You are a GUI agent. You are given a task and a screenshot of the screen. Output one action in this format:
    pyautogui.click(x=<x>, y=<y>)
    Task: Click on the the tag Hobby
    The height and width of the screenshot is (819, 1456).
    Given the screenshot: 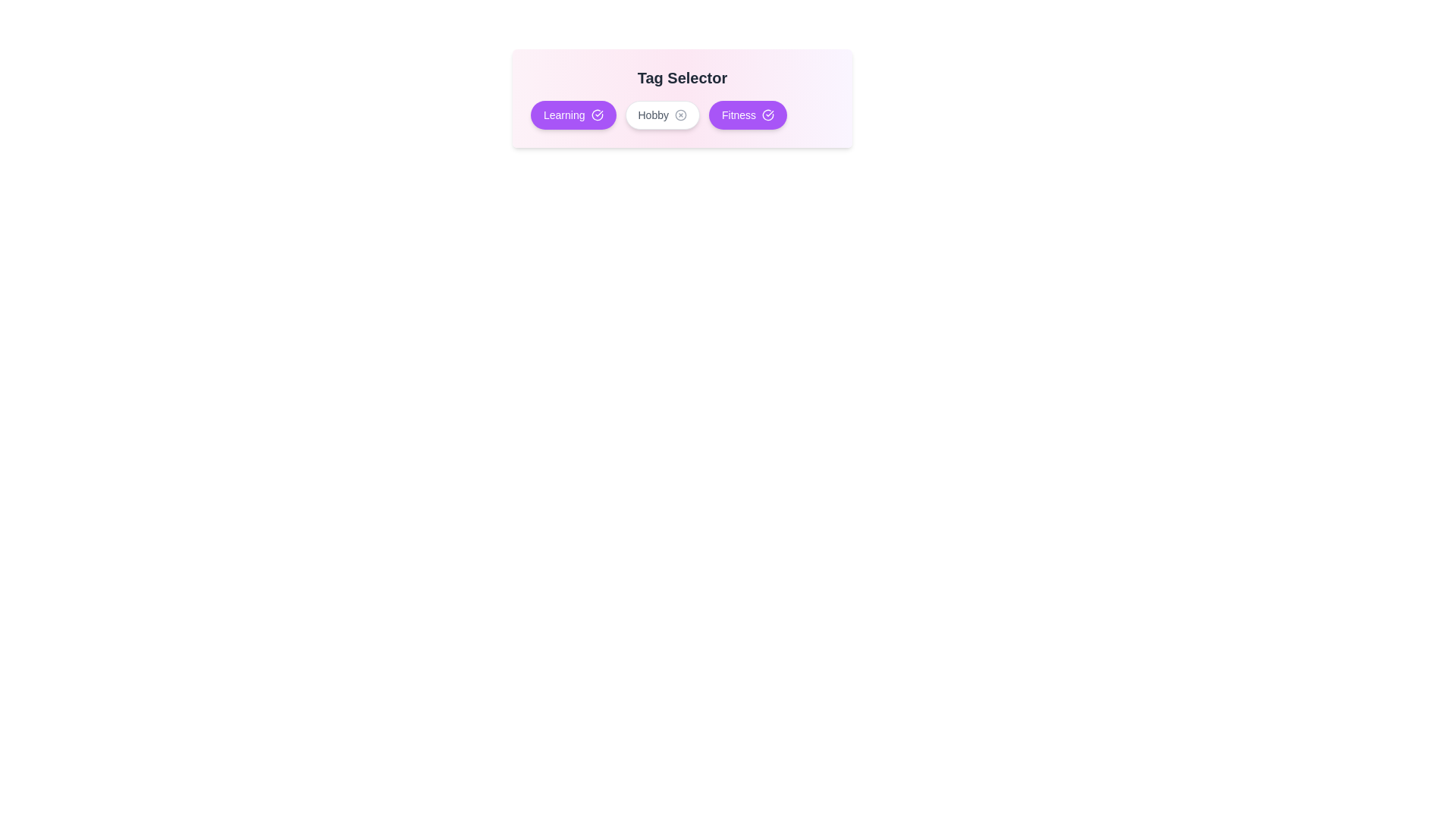 What is the action you would take?
    pyautogui.click(x=662, y=114)
    